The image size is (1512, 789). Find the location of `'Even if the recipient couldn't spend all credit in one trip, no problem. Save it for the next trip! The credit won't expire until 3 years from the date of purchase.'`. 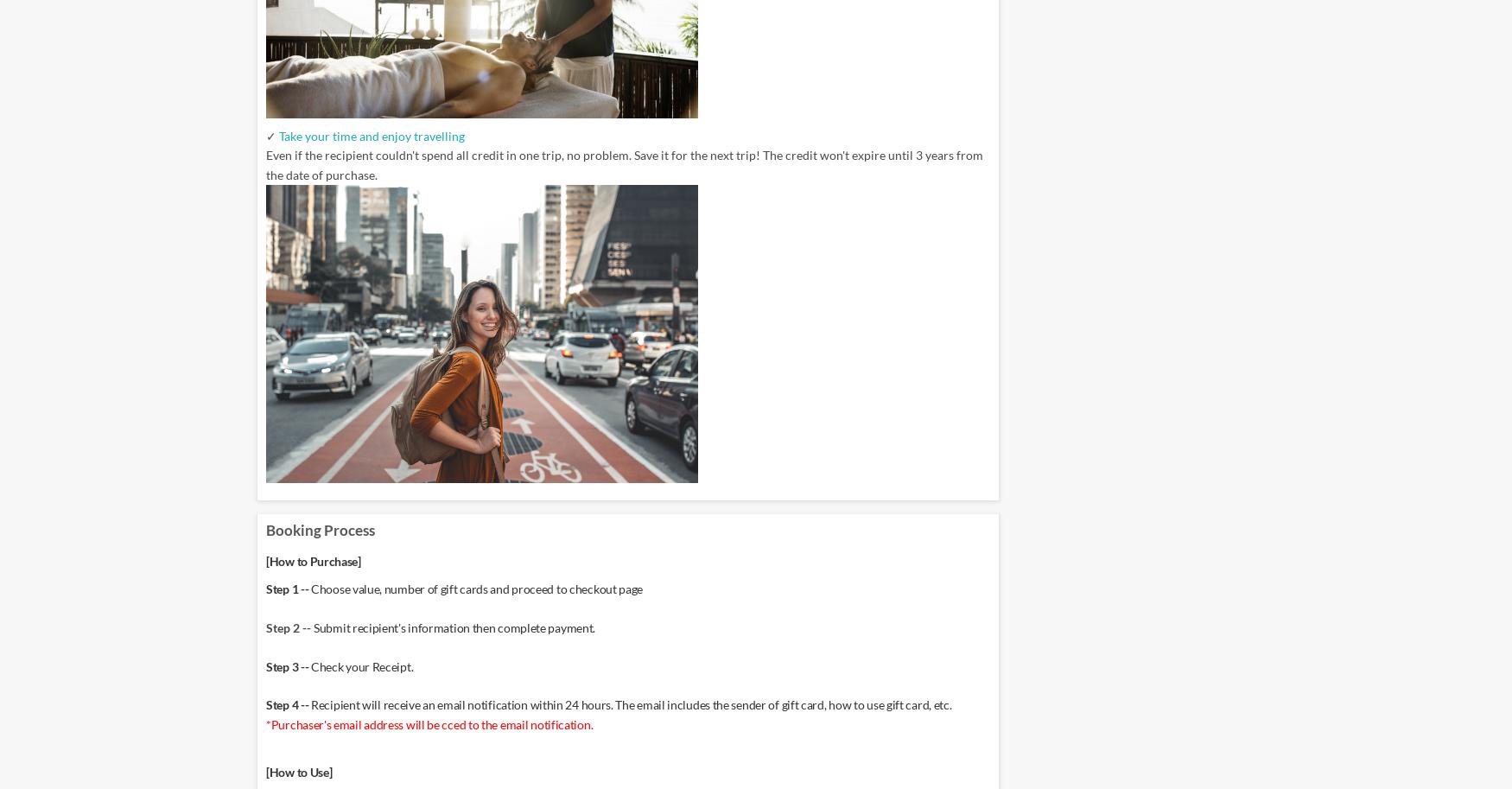

'Even if the recipient couldn't spend all credit in one trip, no problem. Save it for the next trip! The credit won't expire until 3 years from the date of purchase.' is located at coordinates (624, 164).